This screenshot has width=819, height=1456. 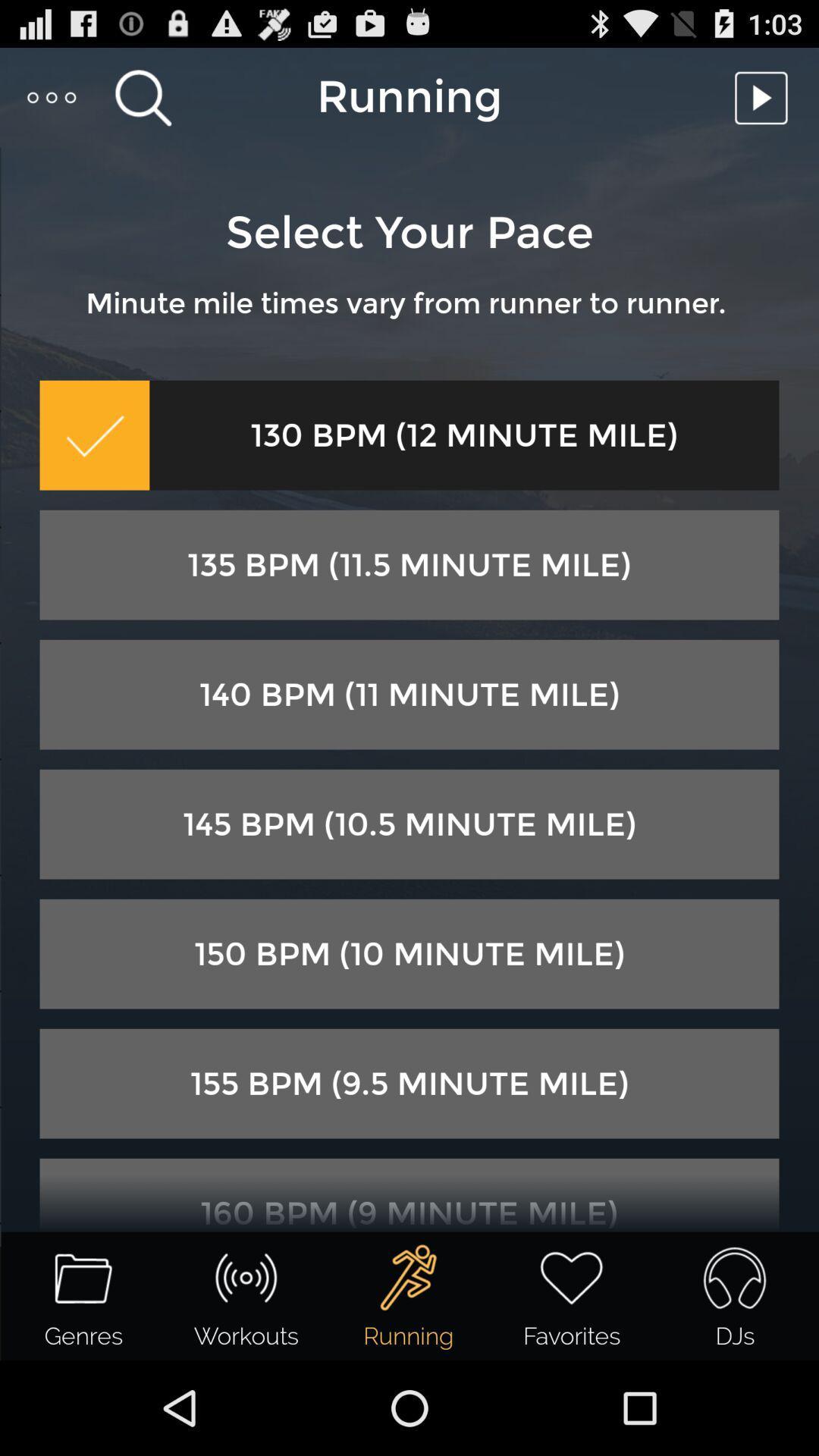 I want to click on search bar, so click(x=143, y=96).